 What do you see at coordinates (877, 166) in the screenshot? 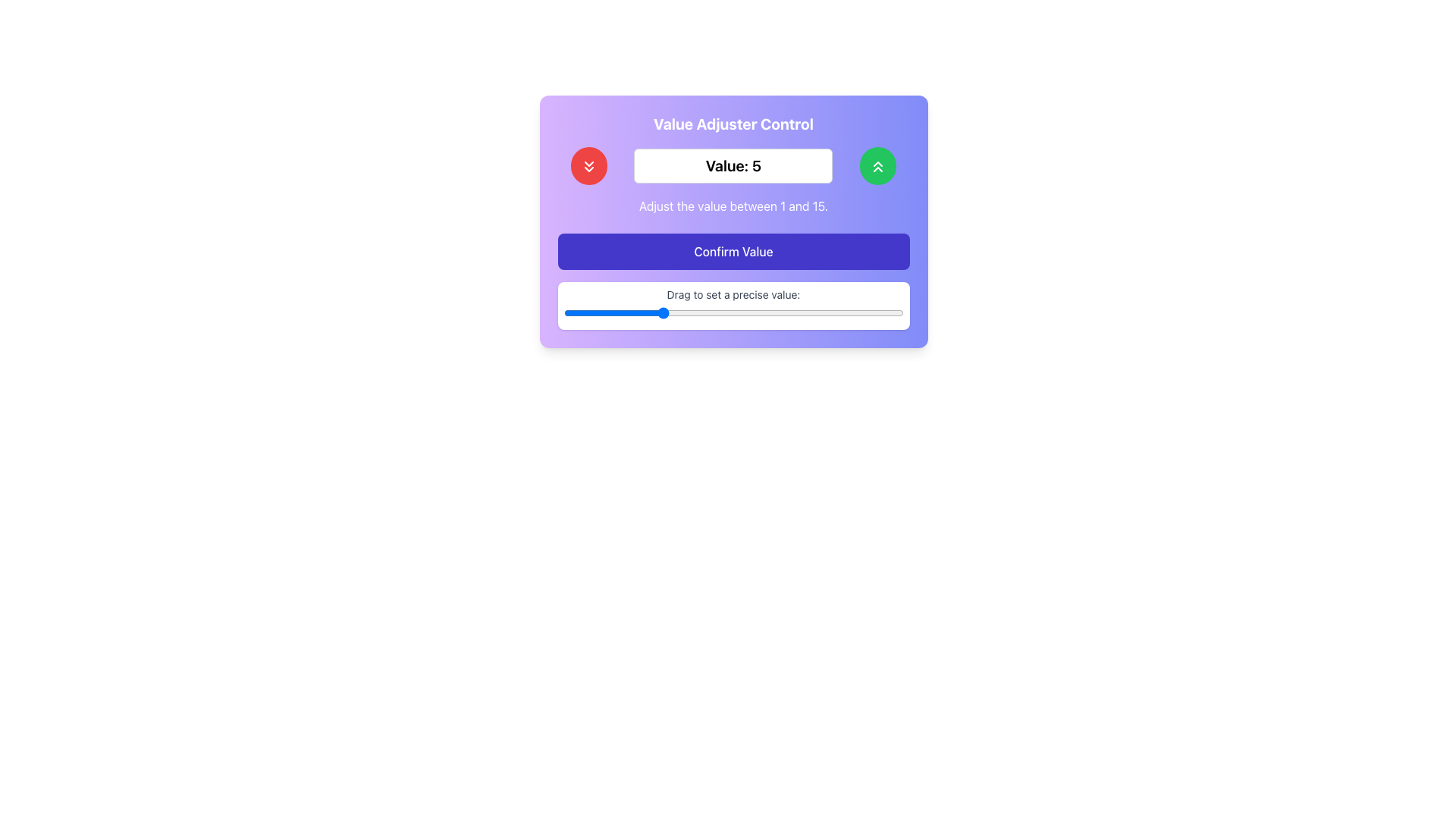
I see `the circular button icon on the right-hand side of the 'Value Adjuster Control' interface to increase the displayed numerical value` at bounding box center [877, 166].